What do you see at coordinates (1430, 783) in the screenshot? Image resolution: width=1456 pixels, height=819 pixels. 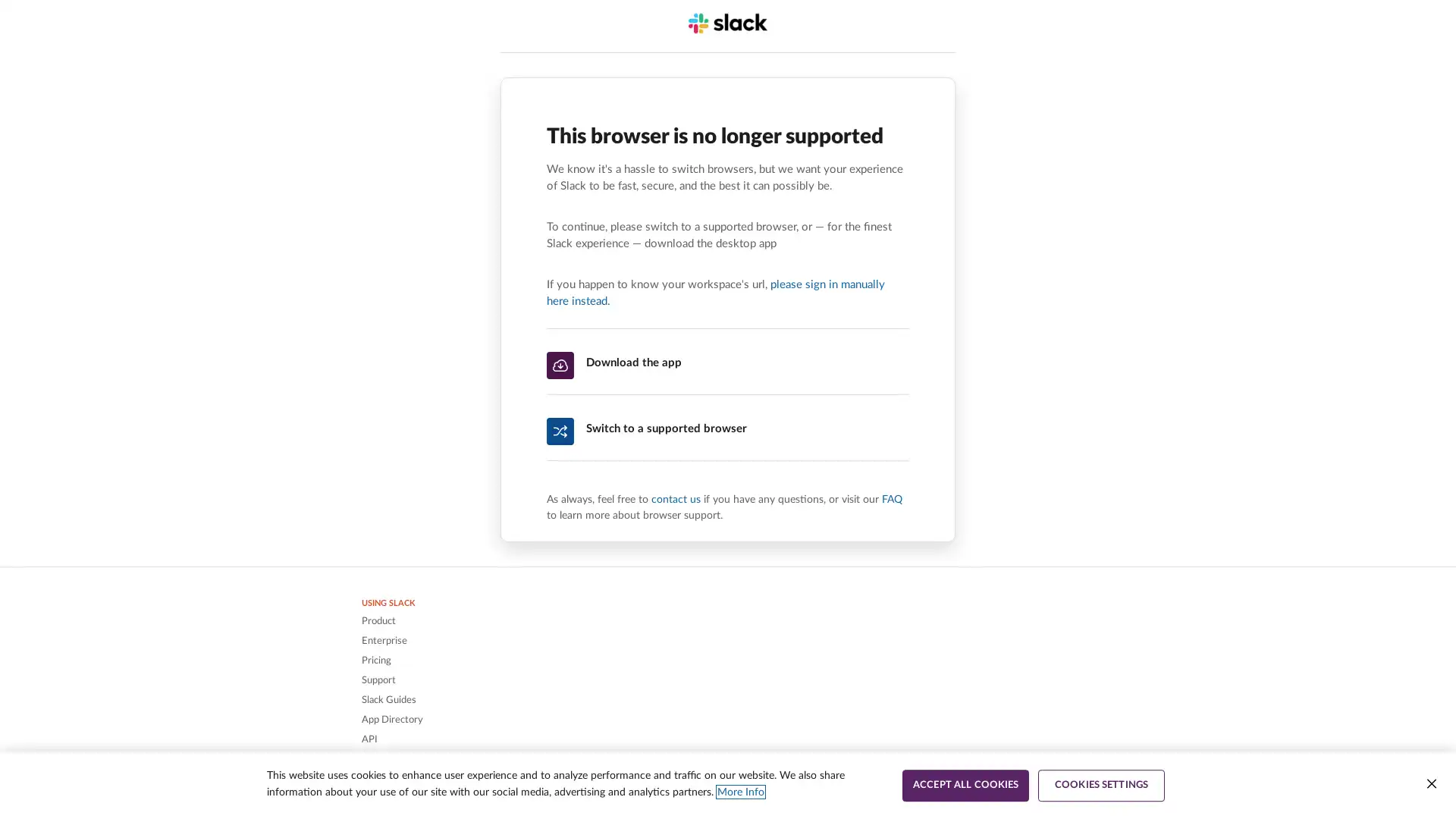 I see `Close` at bounding box center [1430, 783].